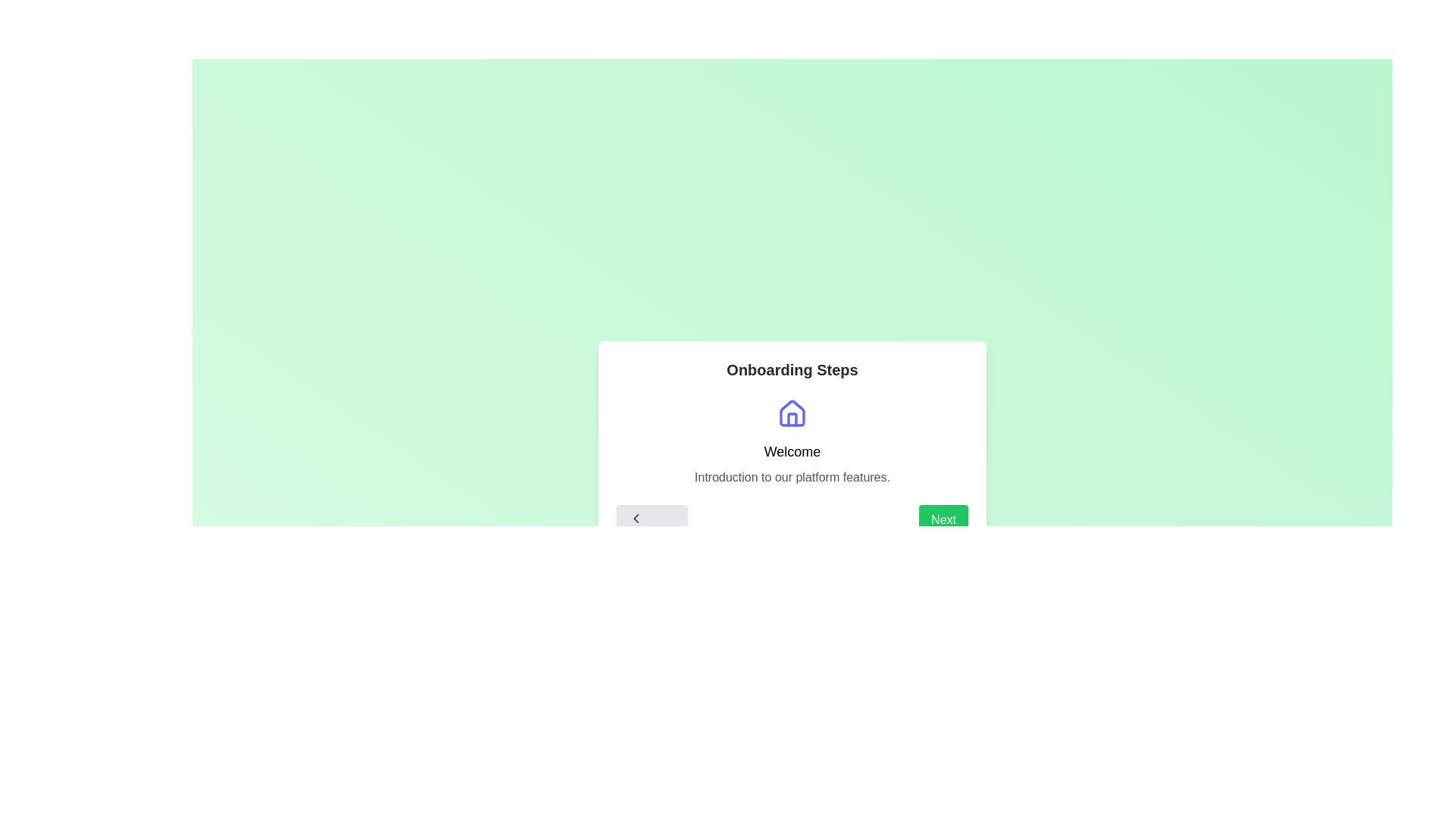  Describe the element at coordinates (792, 451) in the screenshot. I see `the Text Label element located centrally` at that location.